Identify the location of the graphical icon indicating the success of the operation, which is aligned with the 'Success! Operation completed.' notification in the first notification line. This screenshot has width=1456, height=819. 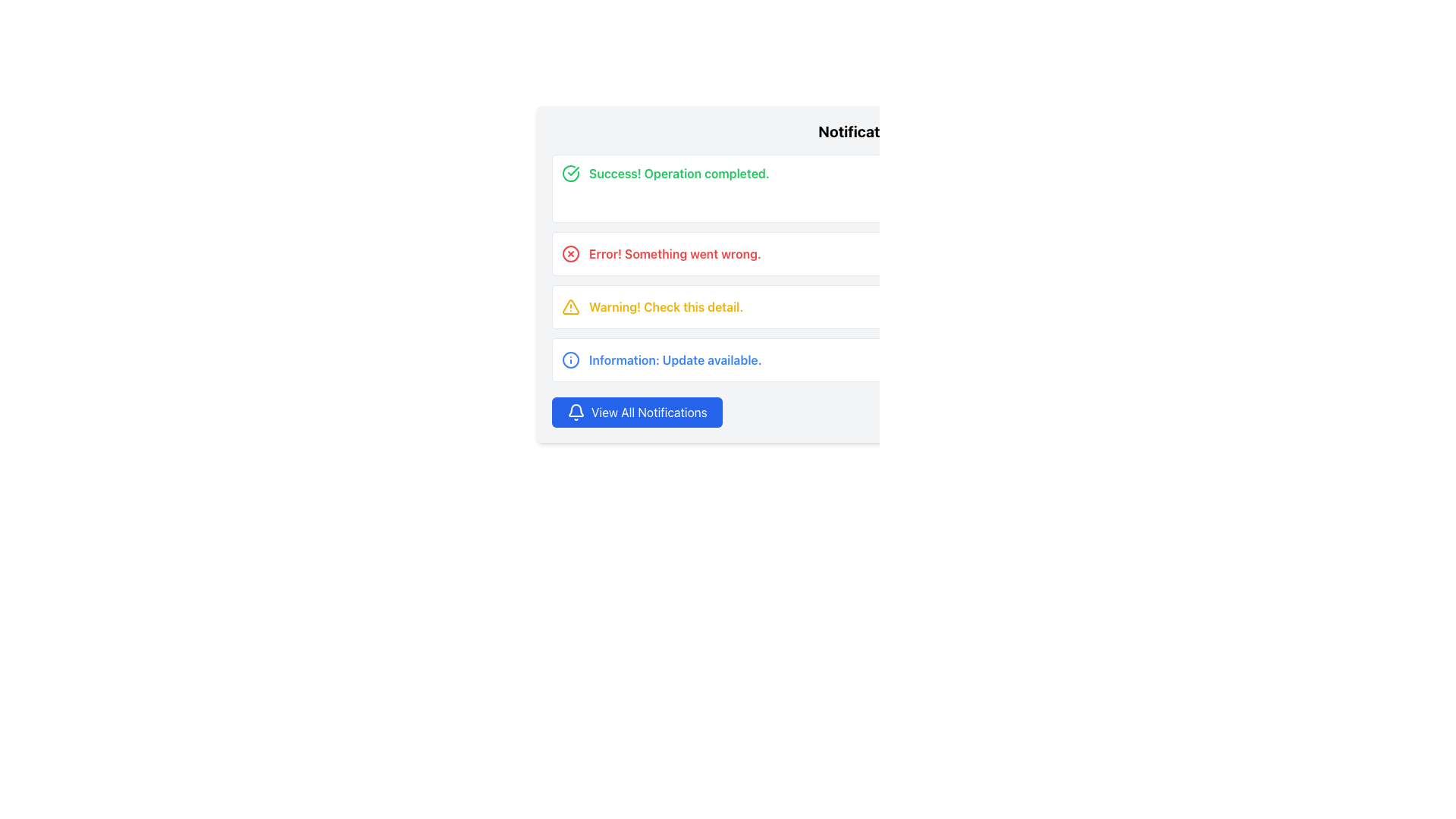
(570, 172).